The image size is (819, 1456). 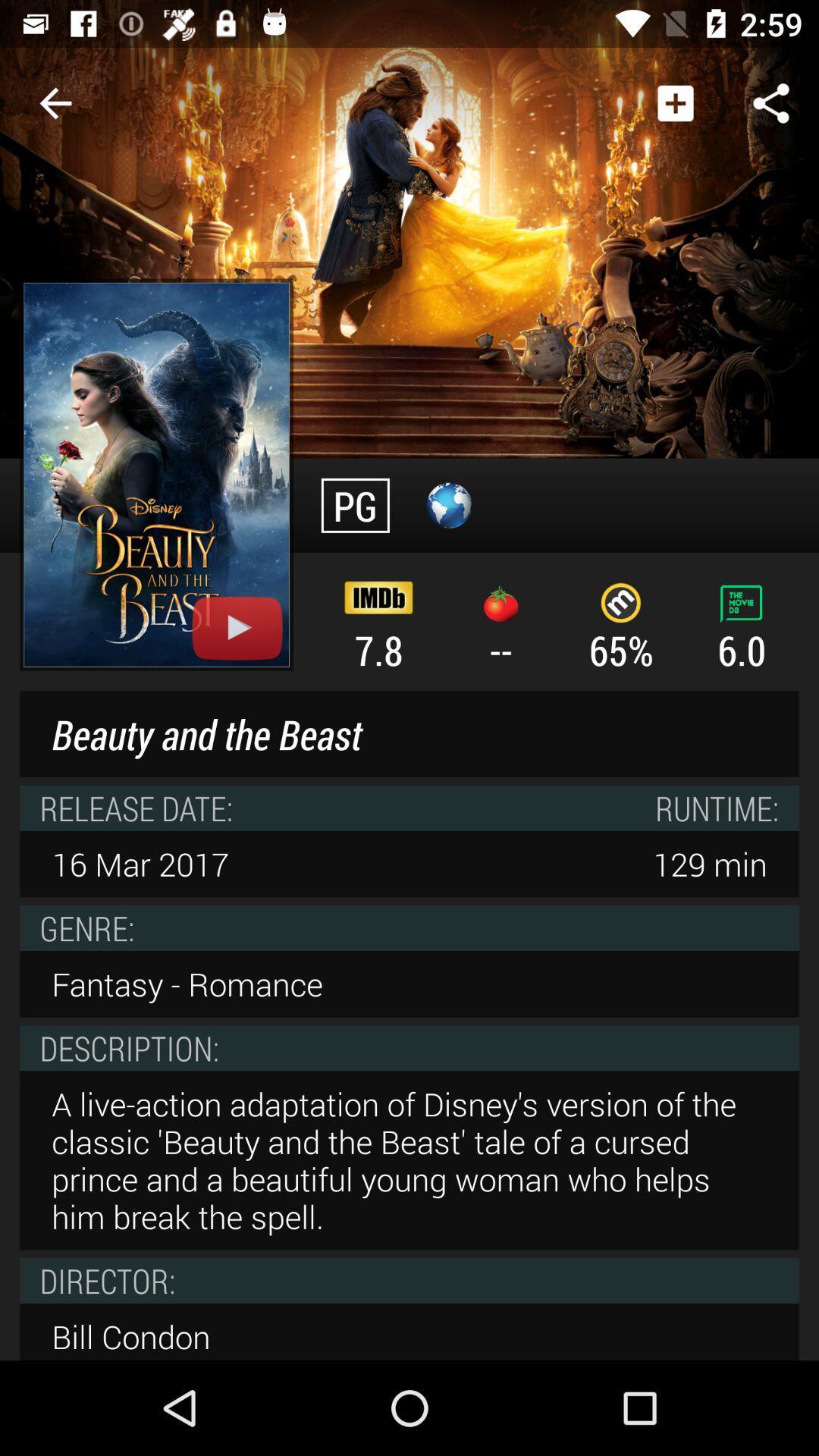 I want to click on the play icon, so click(x=237, y=628).